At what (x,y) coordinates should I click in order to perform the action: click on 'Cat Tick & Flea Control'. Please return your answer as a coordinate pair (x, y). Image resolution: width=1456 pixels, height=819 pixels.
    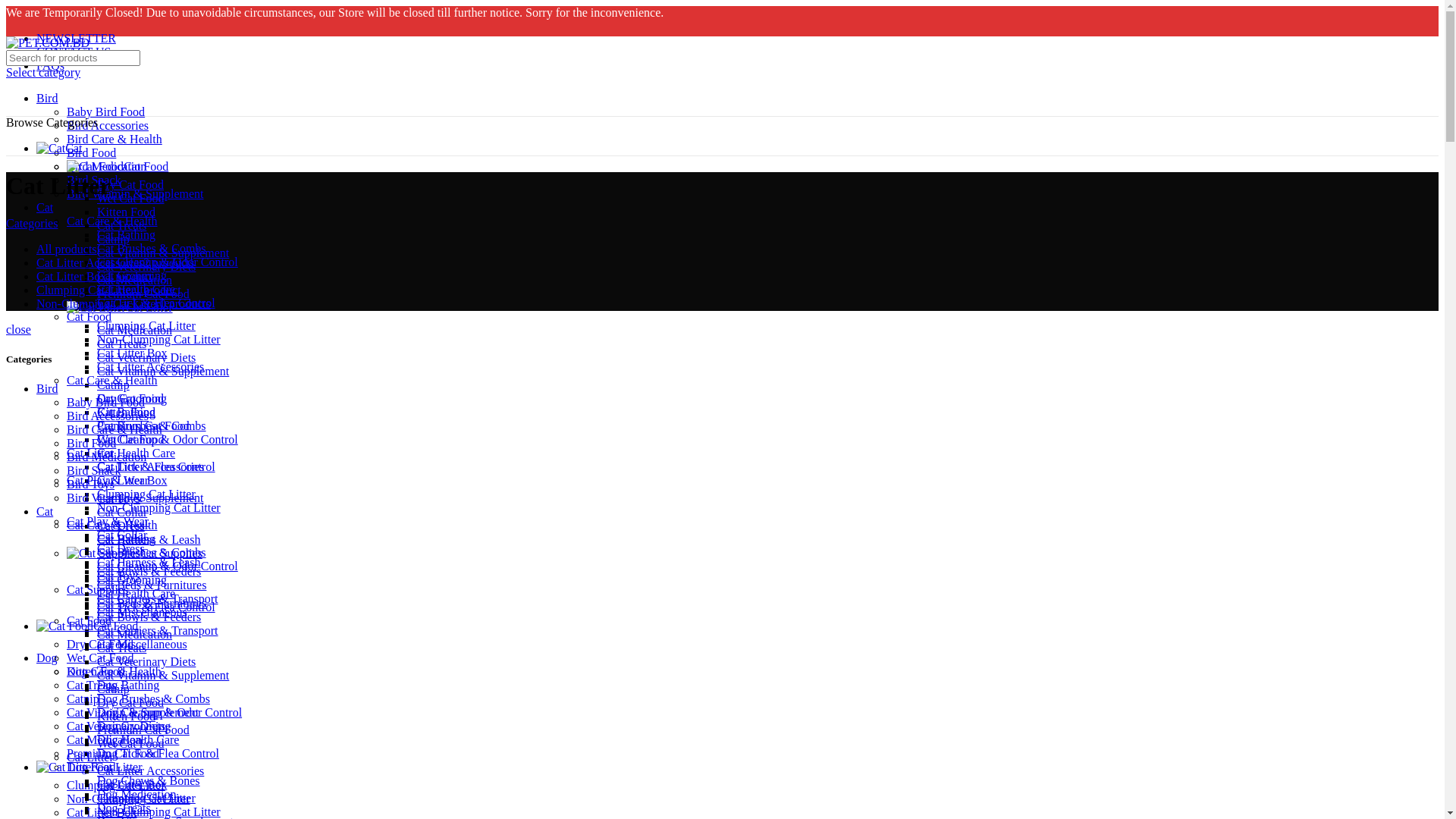
    Looking at the image, I should click on (156, 466).